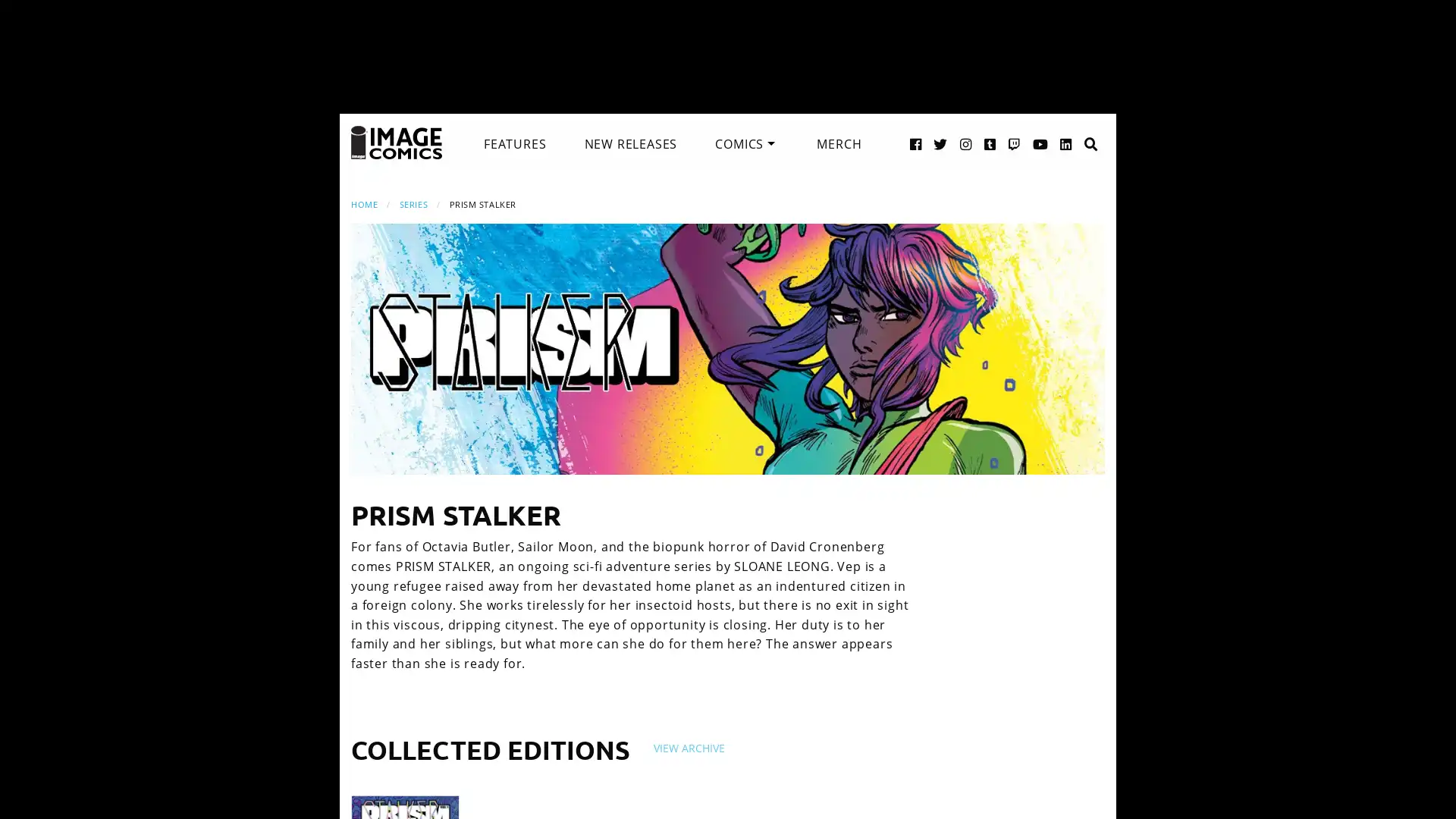 The width and height of the screenshot is (1456, 819). Describe the element at coordinates (1075, 127) in the screenshot. I see `Search` at that location.